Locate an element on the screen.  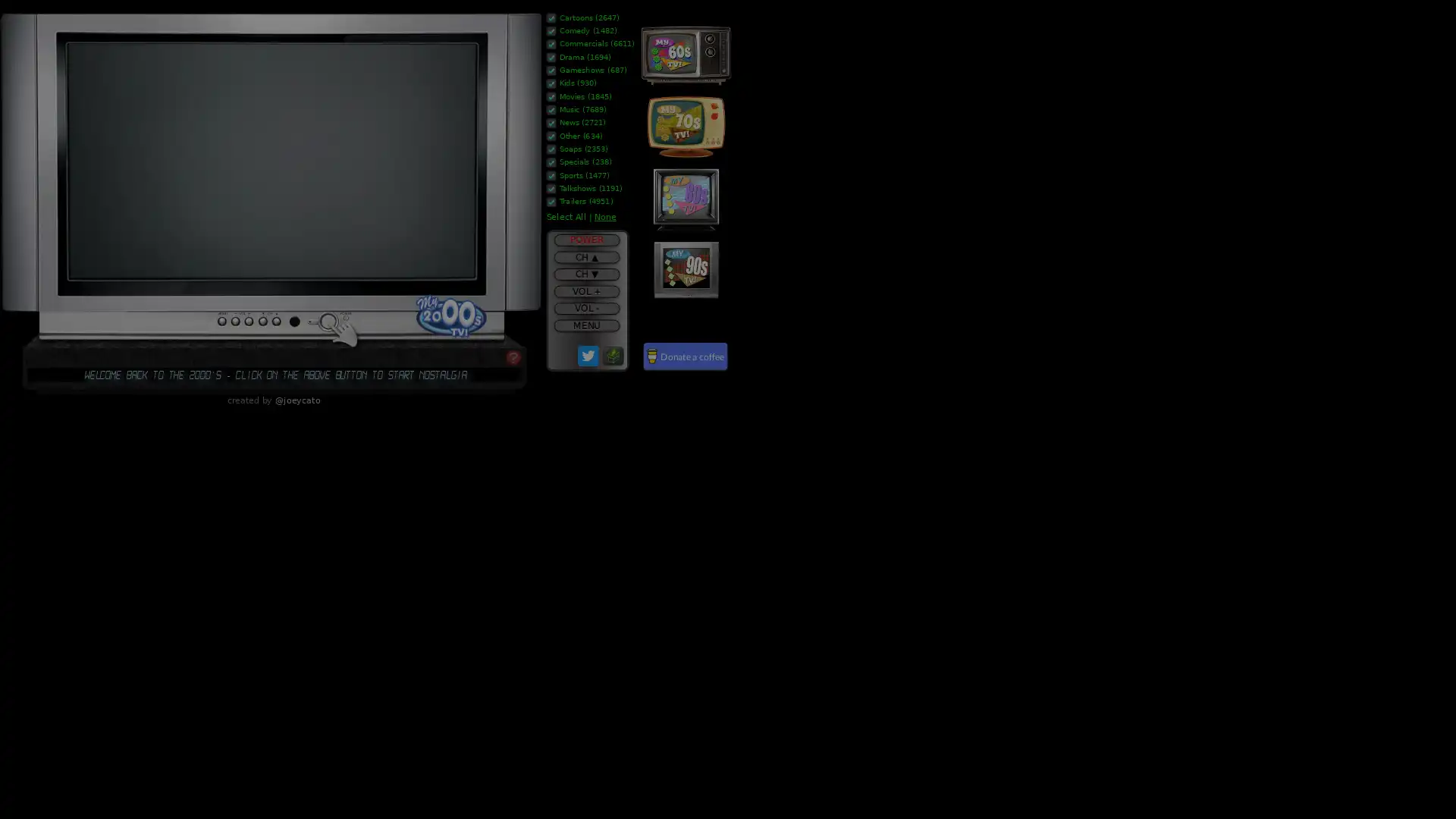
POWER is located at coordinates (585, 239).